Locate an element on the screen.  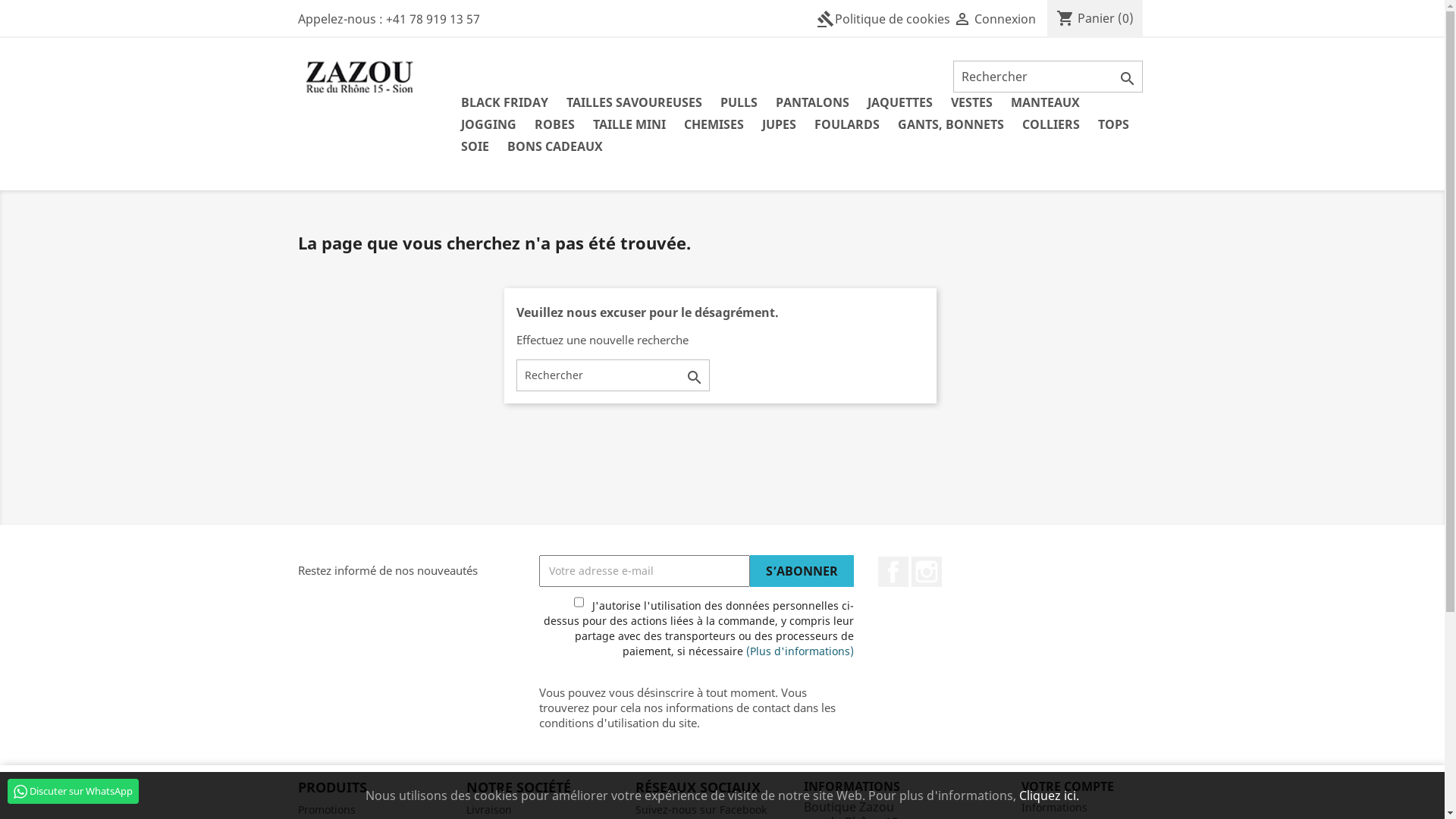
'CHEMISES' is located at coordinates (713, 124).